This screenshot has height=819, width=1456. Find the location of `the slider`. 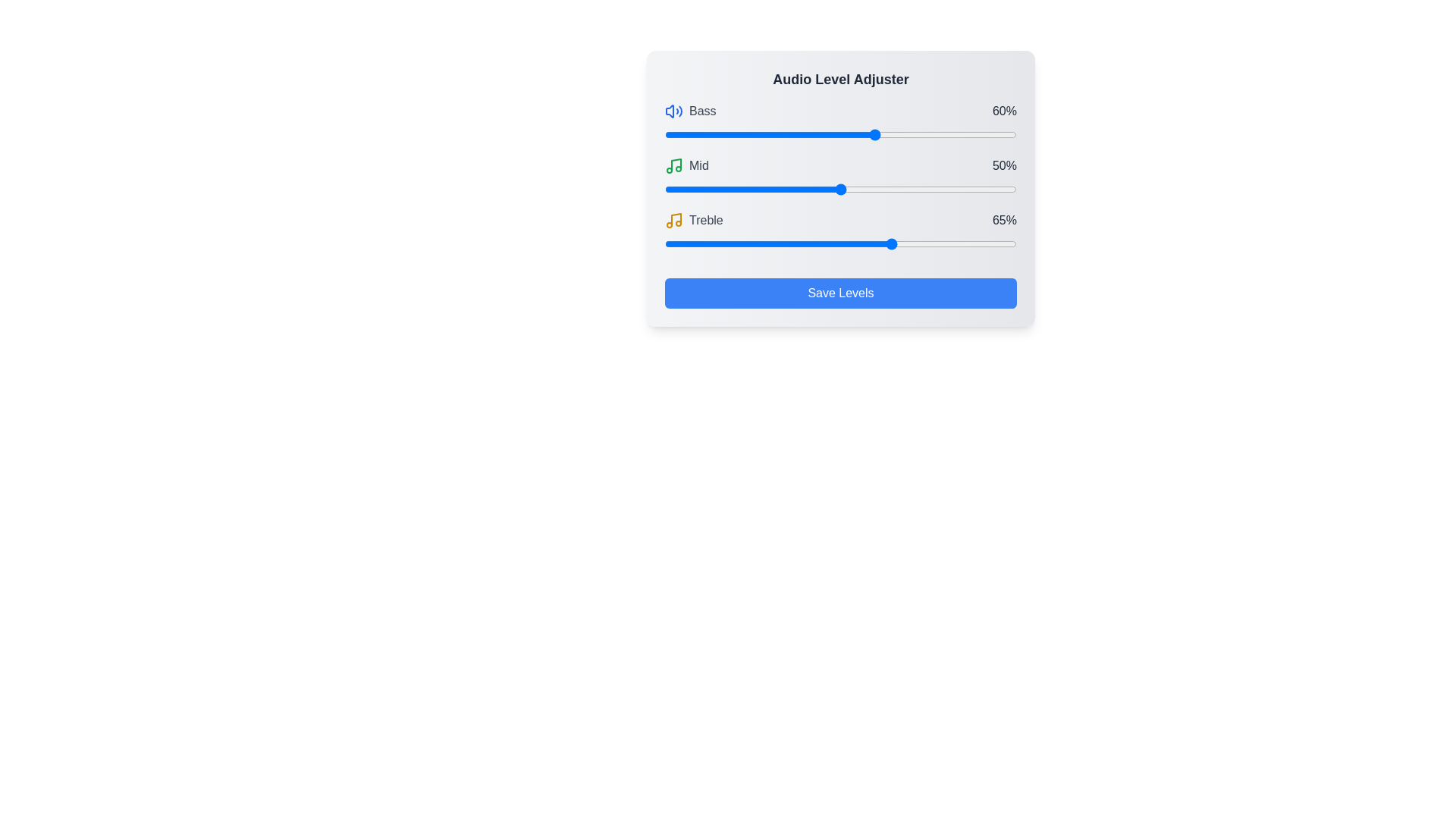

the slider is located at coordinates (918, 243).